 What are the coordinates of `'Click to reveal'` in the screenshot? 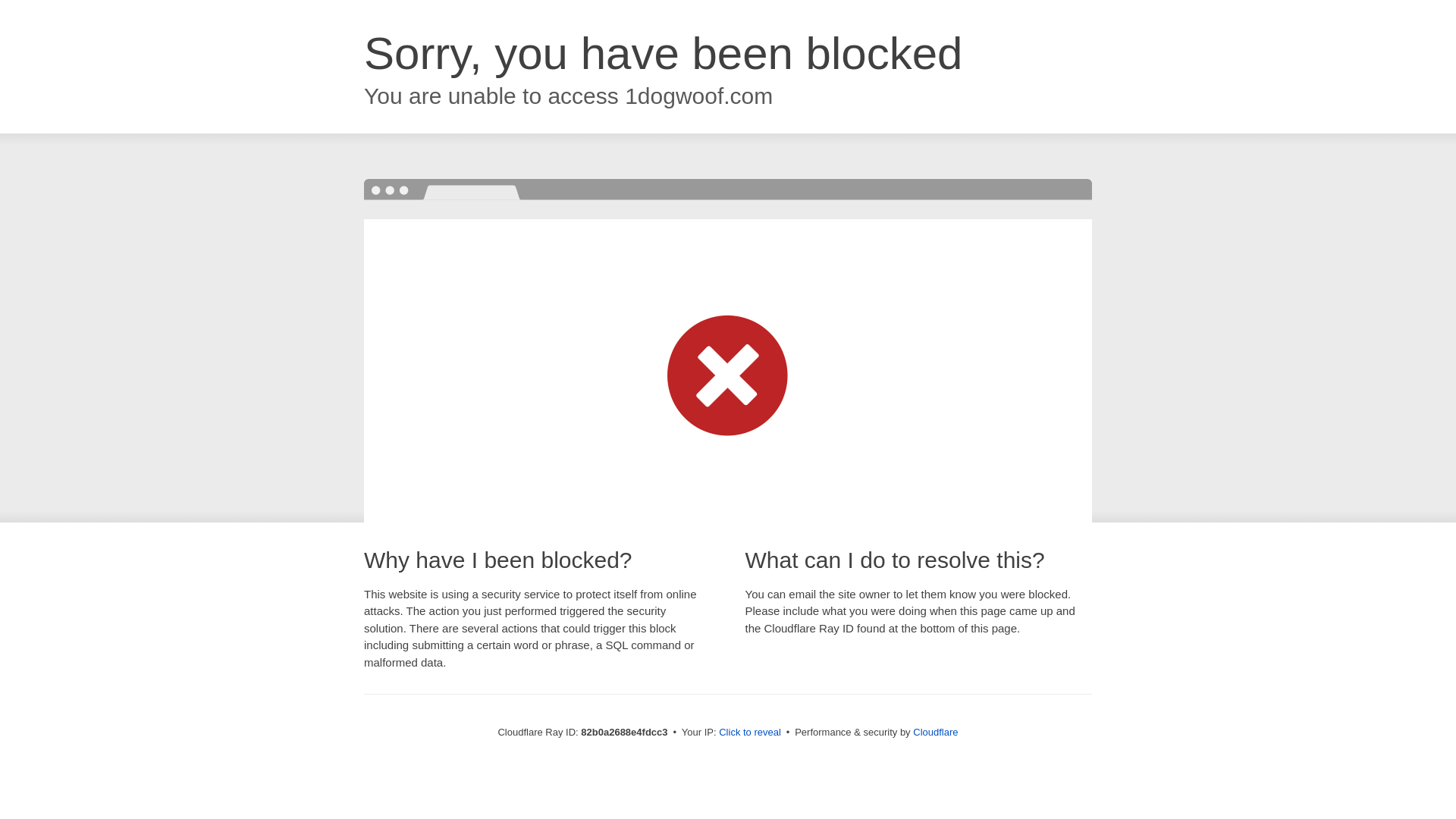 It's located at (718, 731).